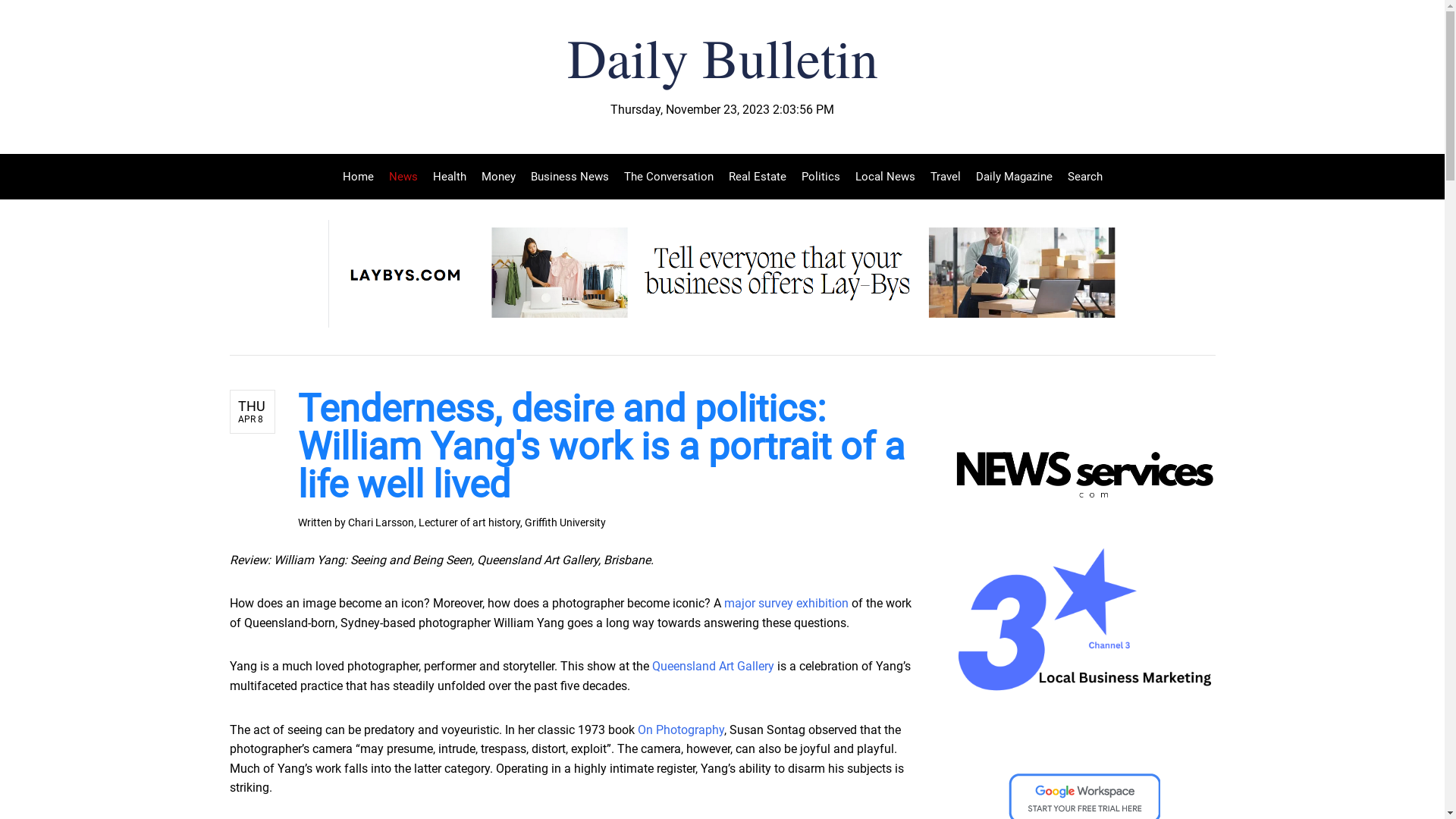 The width and height of the screenshot is (1456, 819). Describe the element at coordinates (757, 175) in the screenshot. I see `'Real Estate'` at that location.